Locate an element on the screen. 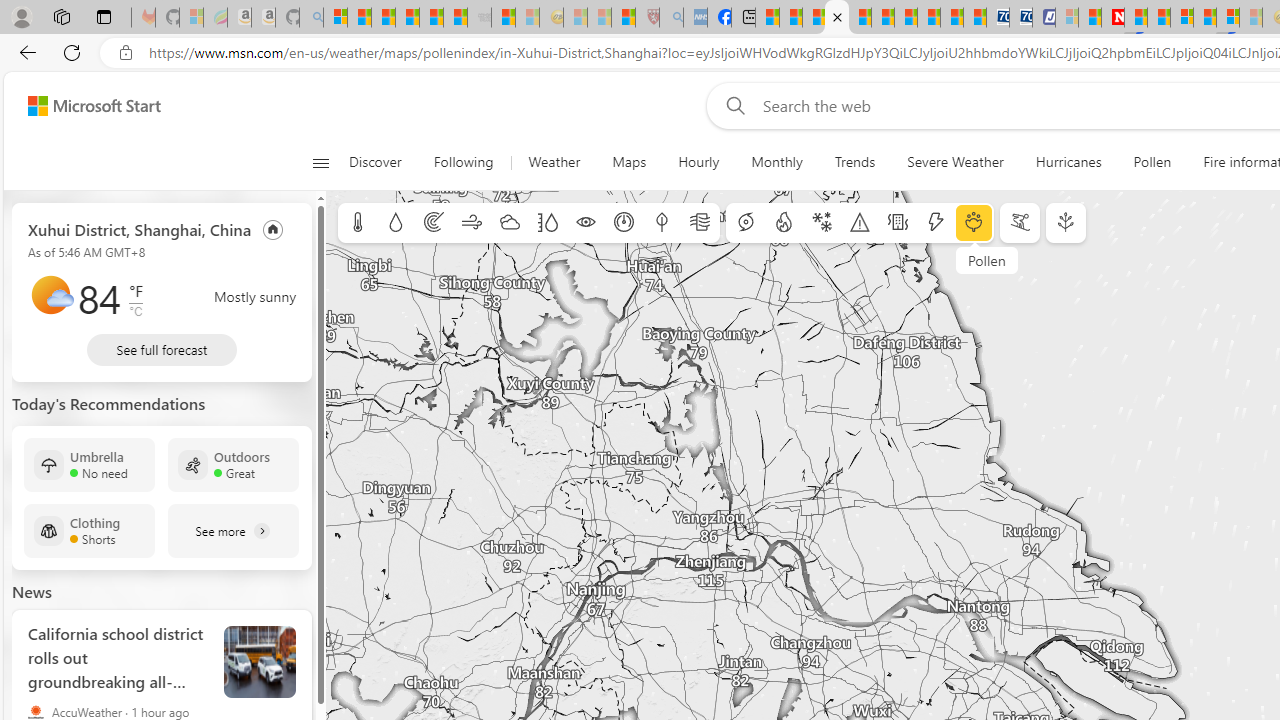  'Hurricane' is located at coordinates (745, 223).